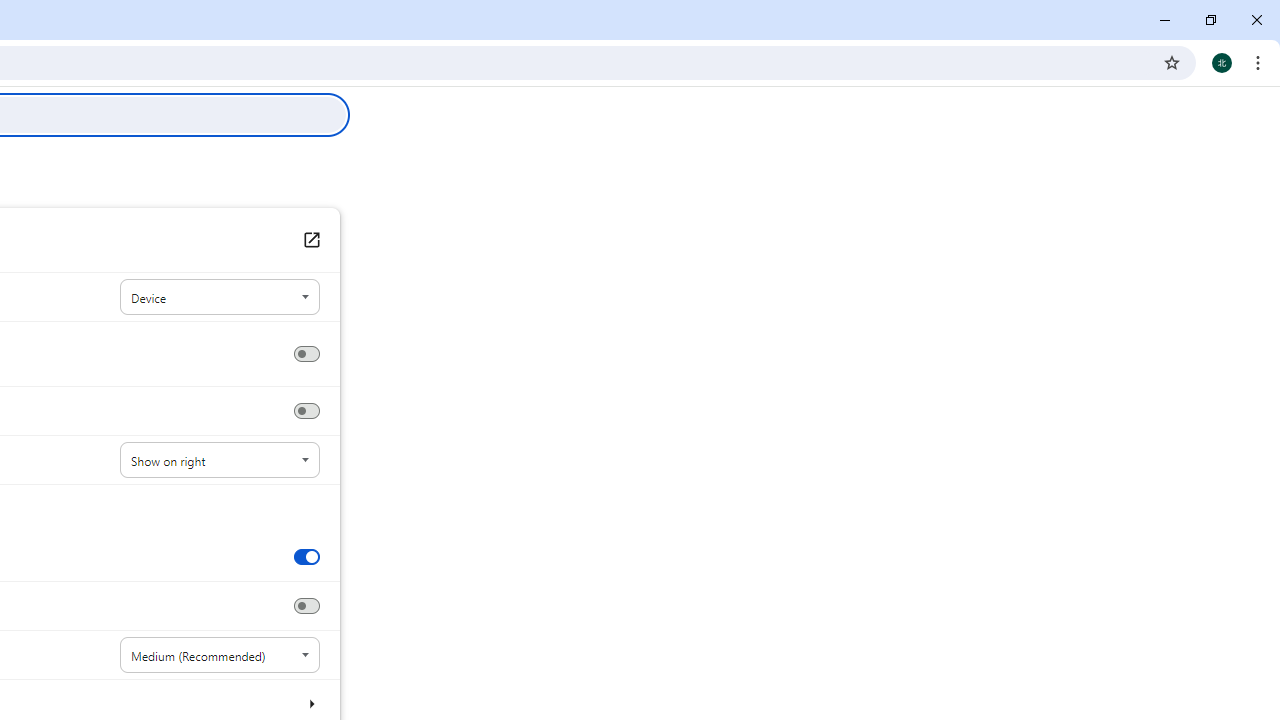  I want to click on 'Show tab memory usage', so click(305, 605).